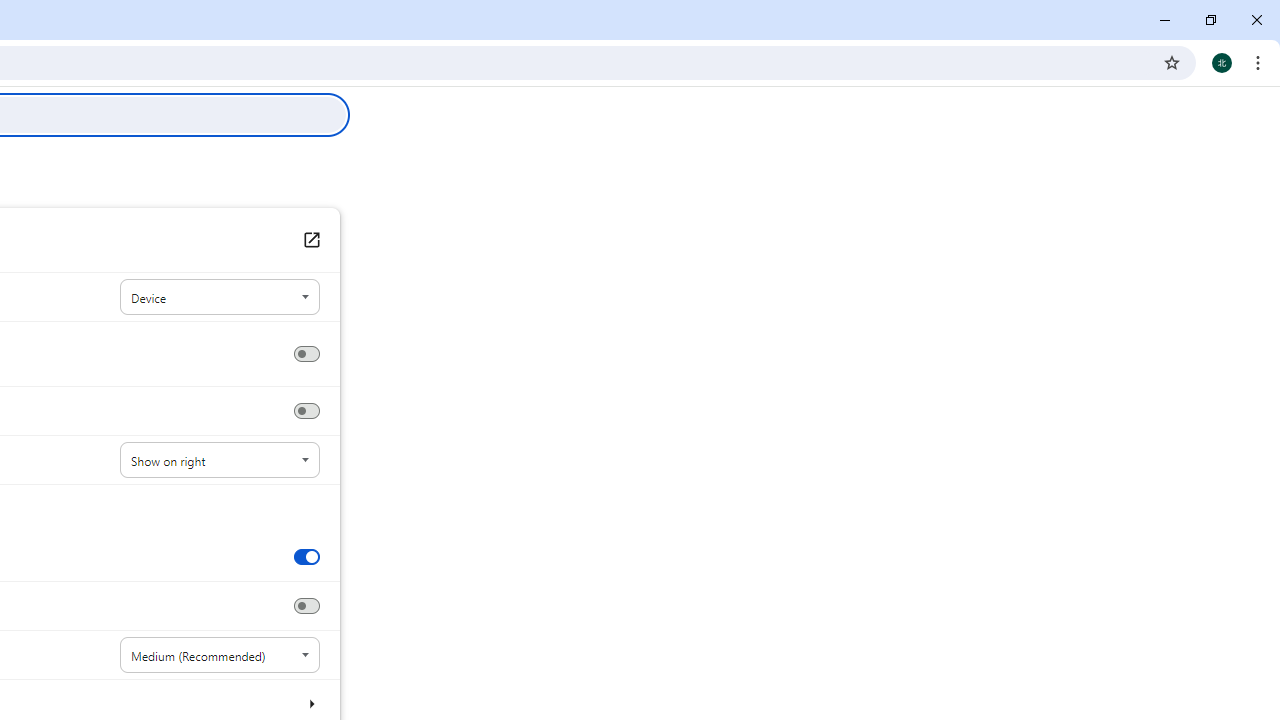  I want to click on 'Show tab memory usage', so click(305, 605).